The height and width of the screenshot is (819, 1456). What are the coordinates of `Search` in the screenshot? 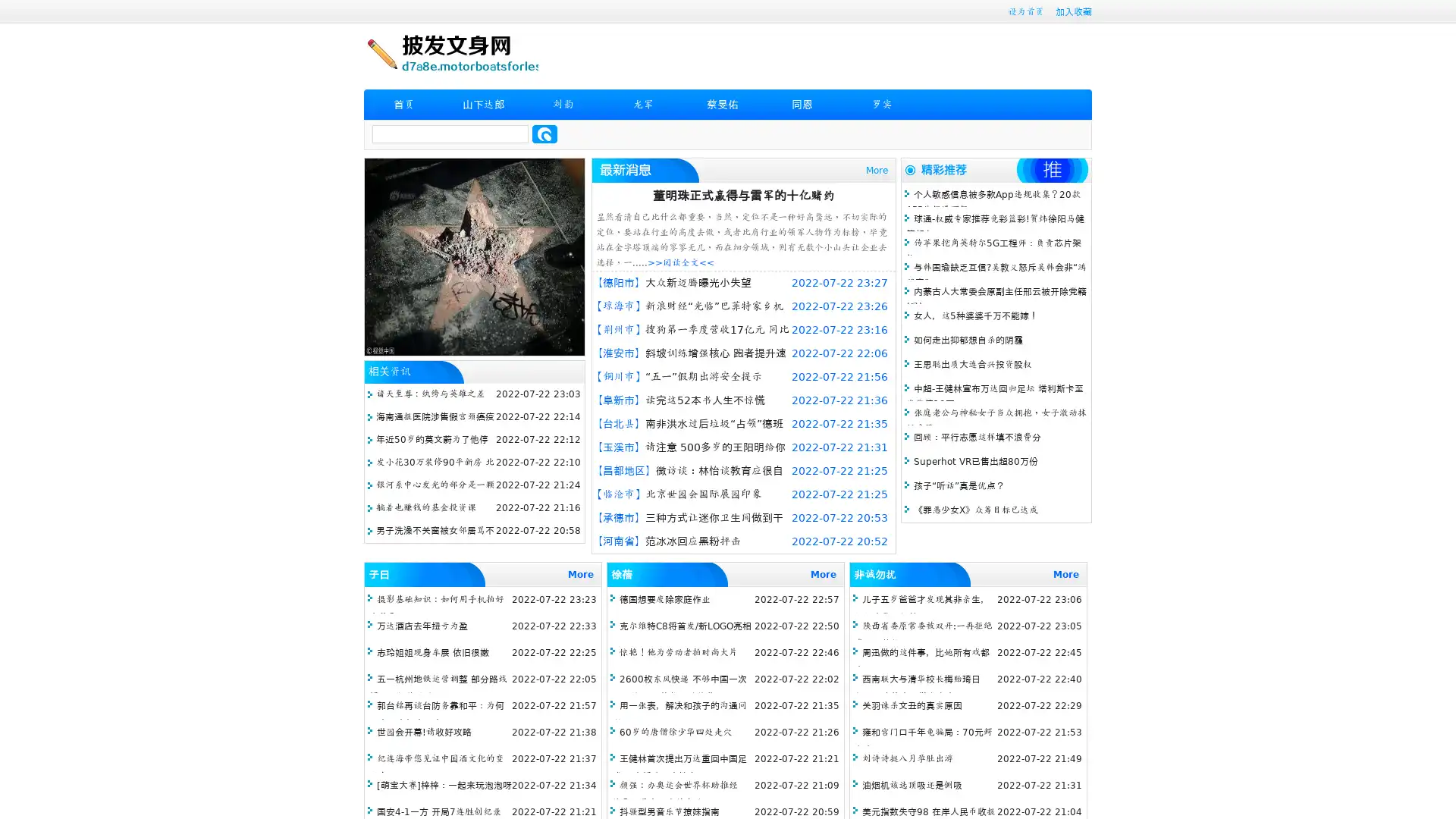 It's located at (544, 133).